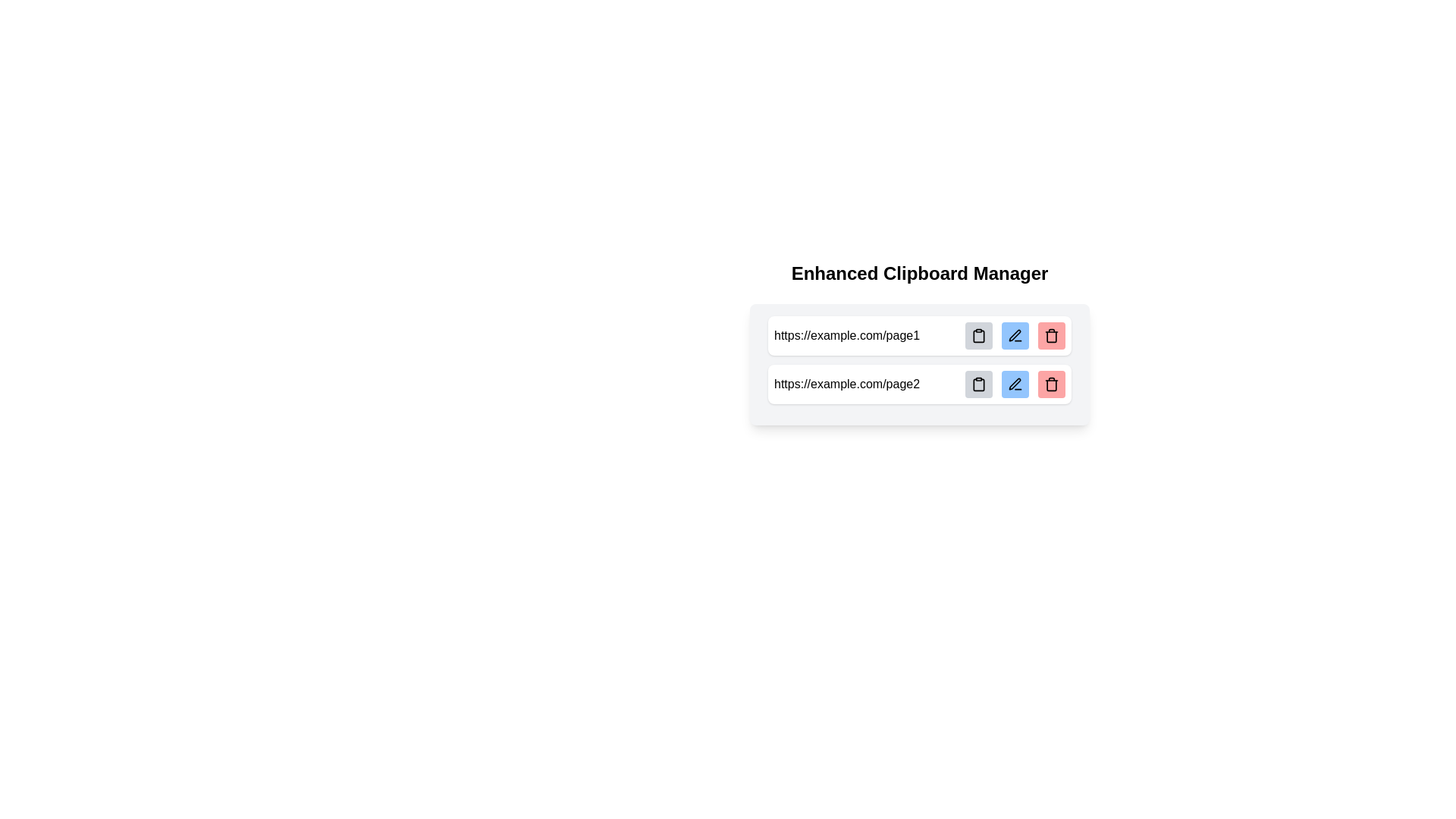 The height and width of the screenshot is (819, 1456). What do you see at coordinates (979, 335) in the screenshot?
I see `the leftmost clipboard icon in the first action button group of the list item for 'https://example.com/page1'` at bounding box center [979, 335].